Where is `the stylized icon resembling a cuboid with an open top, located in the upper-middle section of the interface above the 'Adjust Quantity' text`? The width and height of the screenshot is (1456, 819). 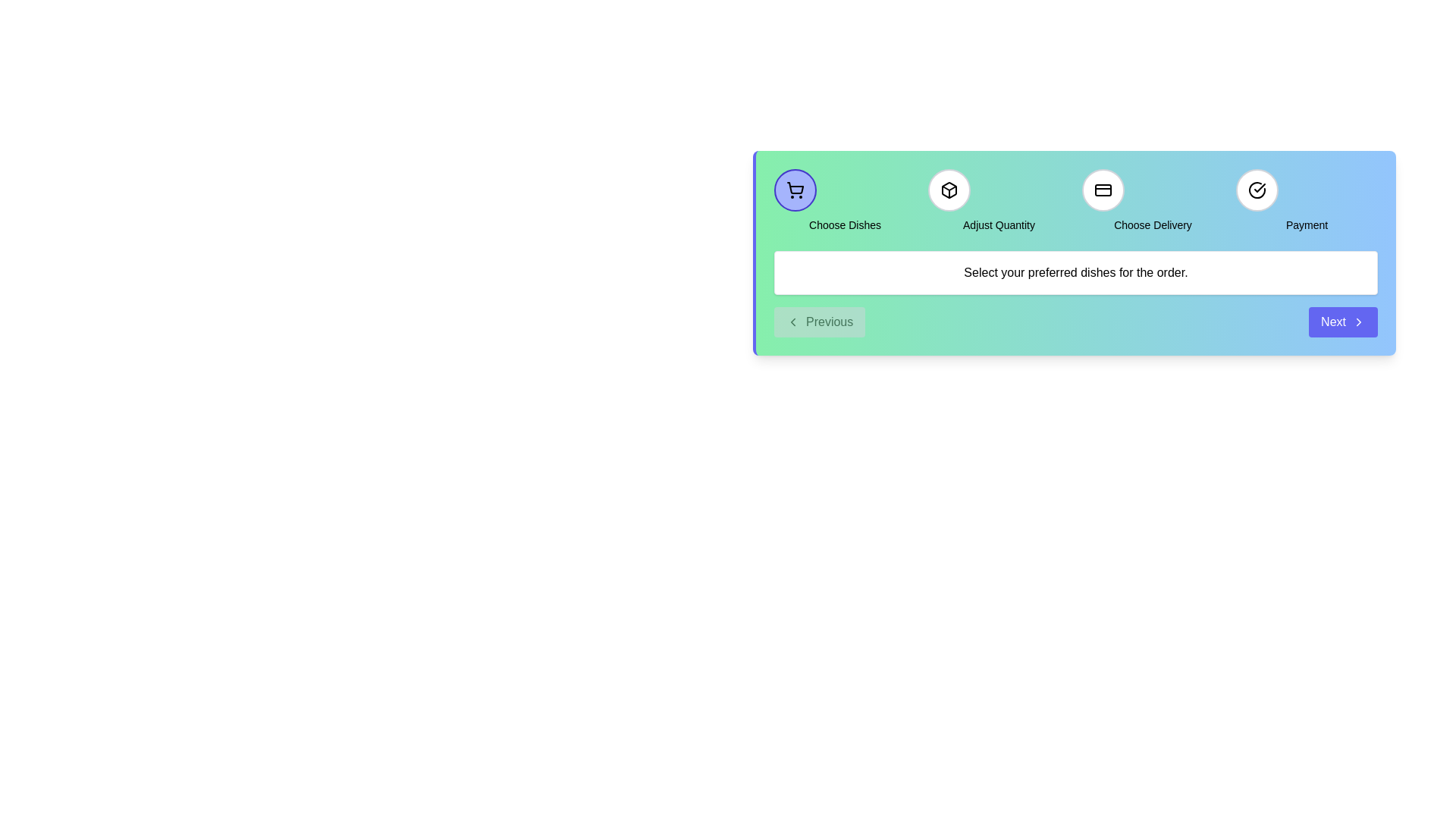 the stylized icon resembling a cuboid with an open top, located in the upper-middle section of the interface above the 'Adjust Quantity' text is located at coordinates (949, 189).